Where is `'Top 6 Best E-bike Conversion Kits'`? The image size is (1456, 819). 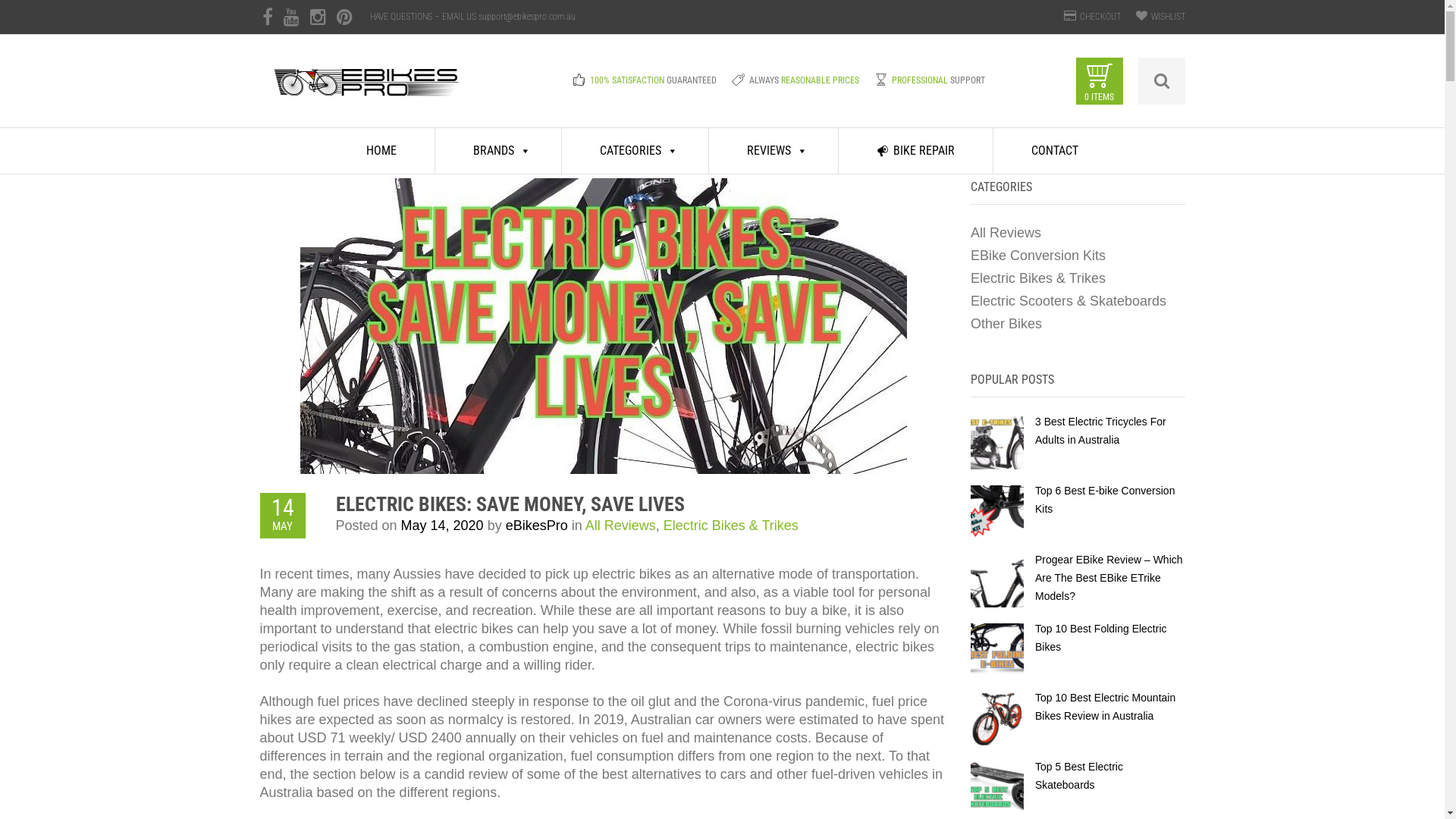
'Top 6 Best E-bike Conversion Kits' is located at coordinates (1105, 500).